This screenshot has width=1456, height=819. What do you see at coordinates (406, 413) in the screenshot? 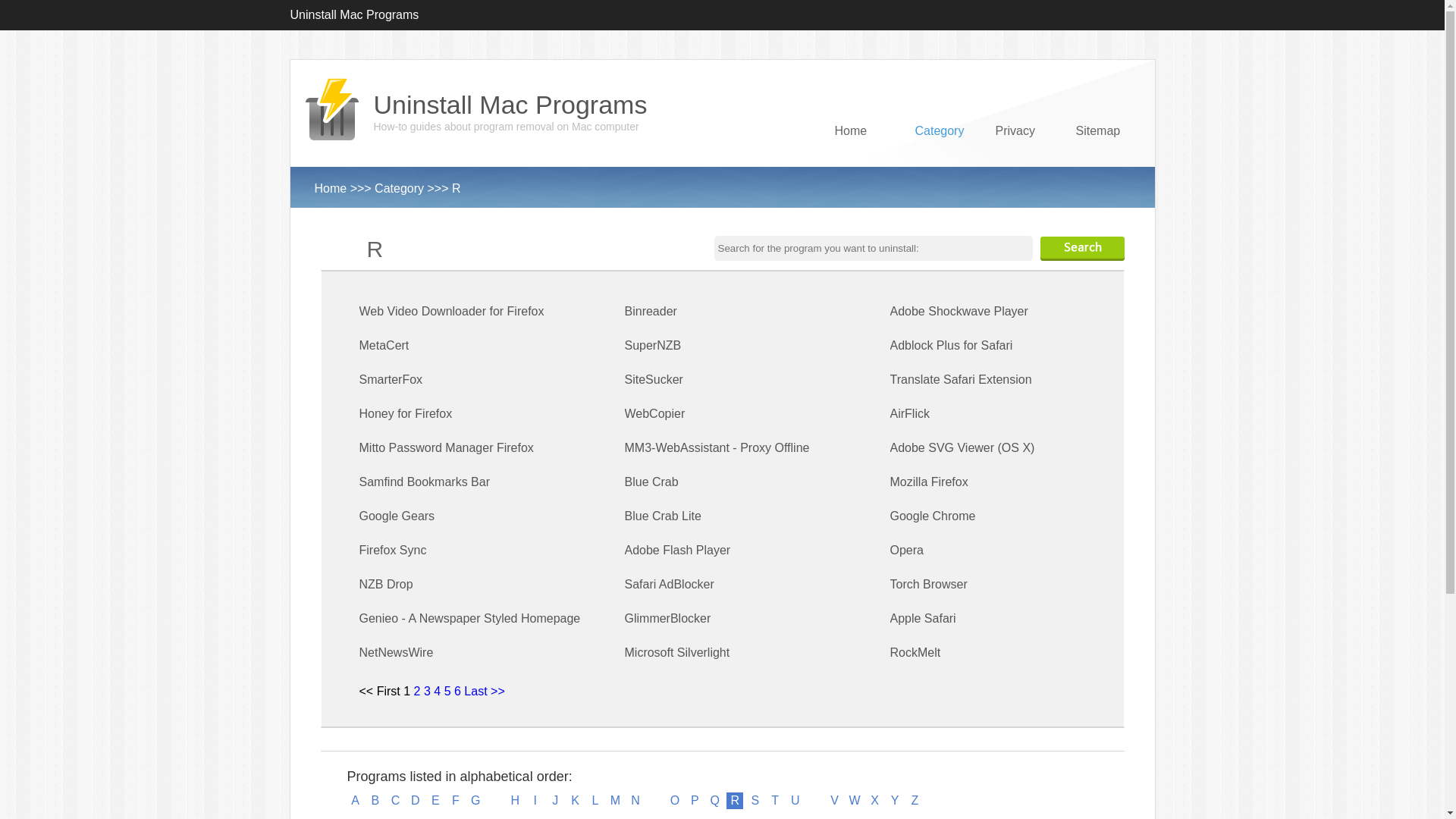
I see `'Honey for Firefox'` at bounding box center [406, 413].